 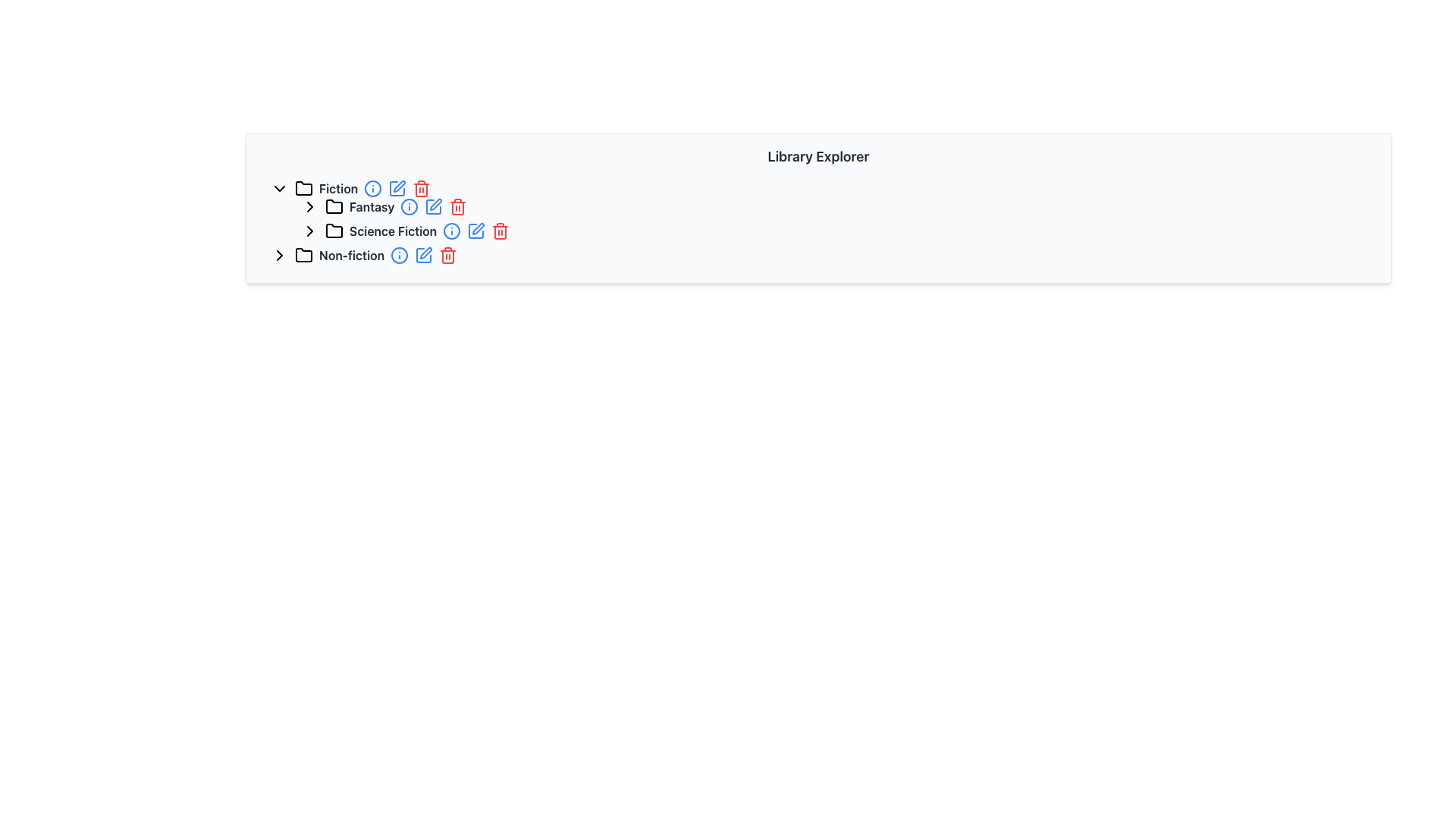 I want to click on the delete icon located to the right of the 'Science Fiction' category in the tree-view structure, so click(x=500, y=233).